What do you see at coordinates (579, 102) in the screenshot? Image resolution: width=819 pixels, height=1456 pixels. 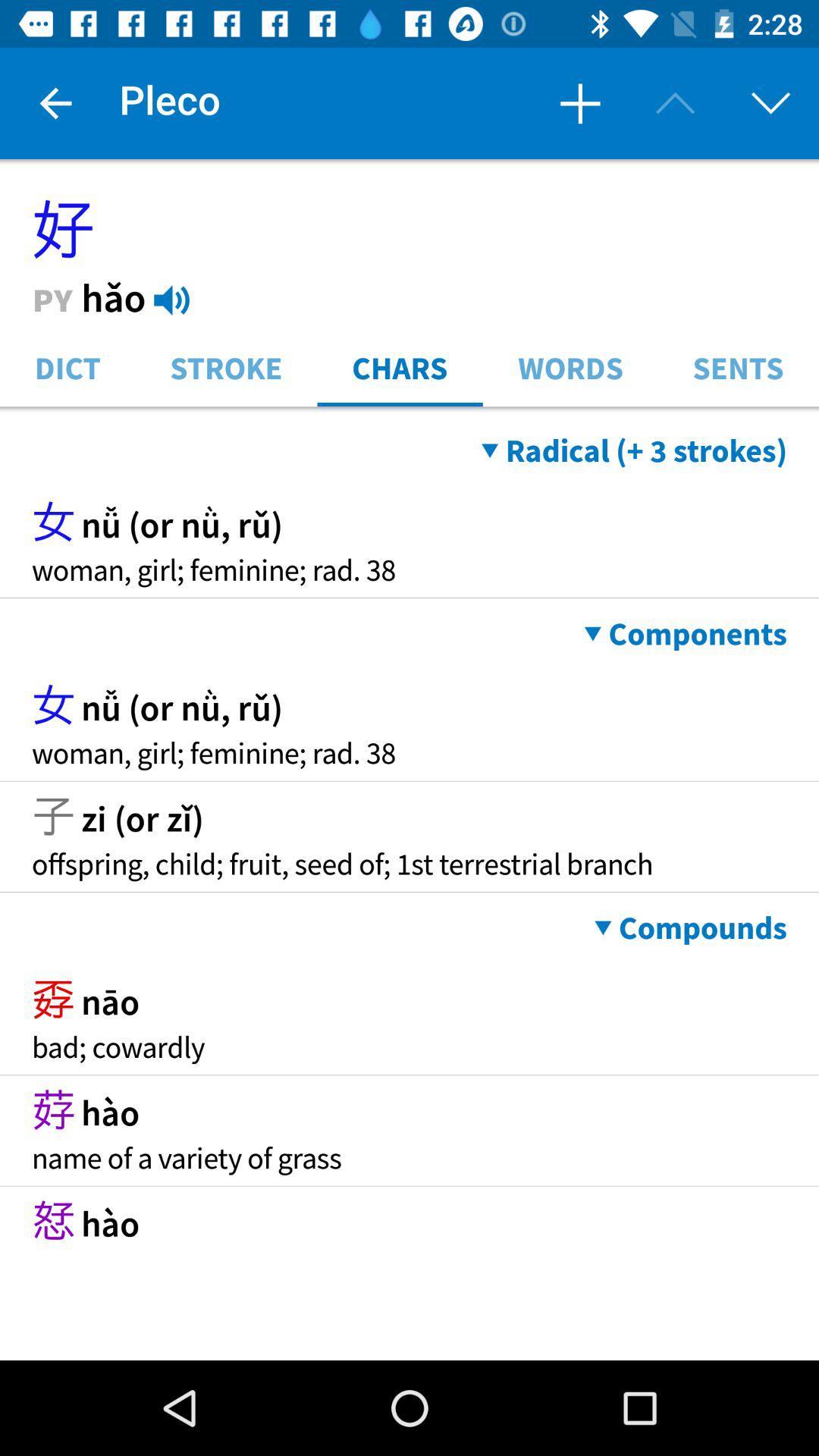 I see `the icon to the right of the pleco` at bounding box center [579, 102].